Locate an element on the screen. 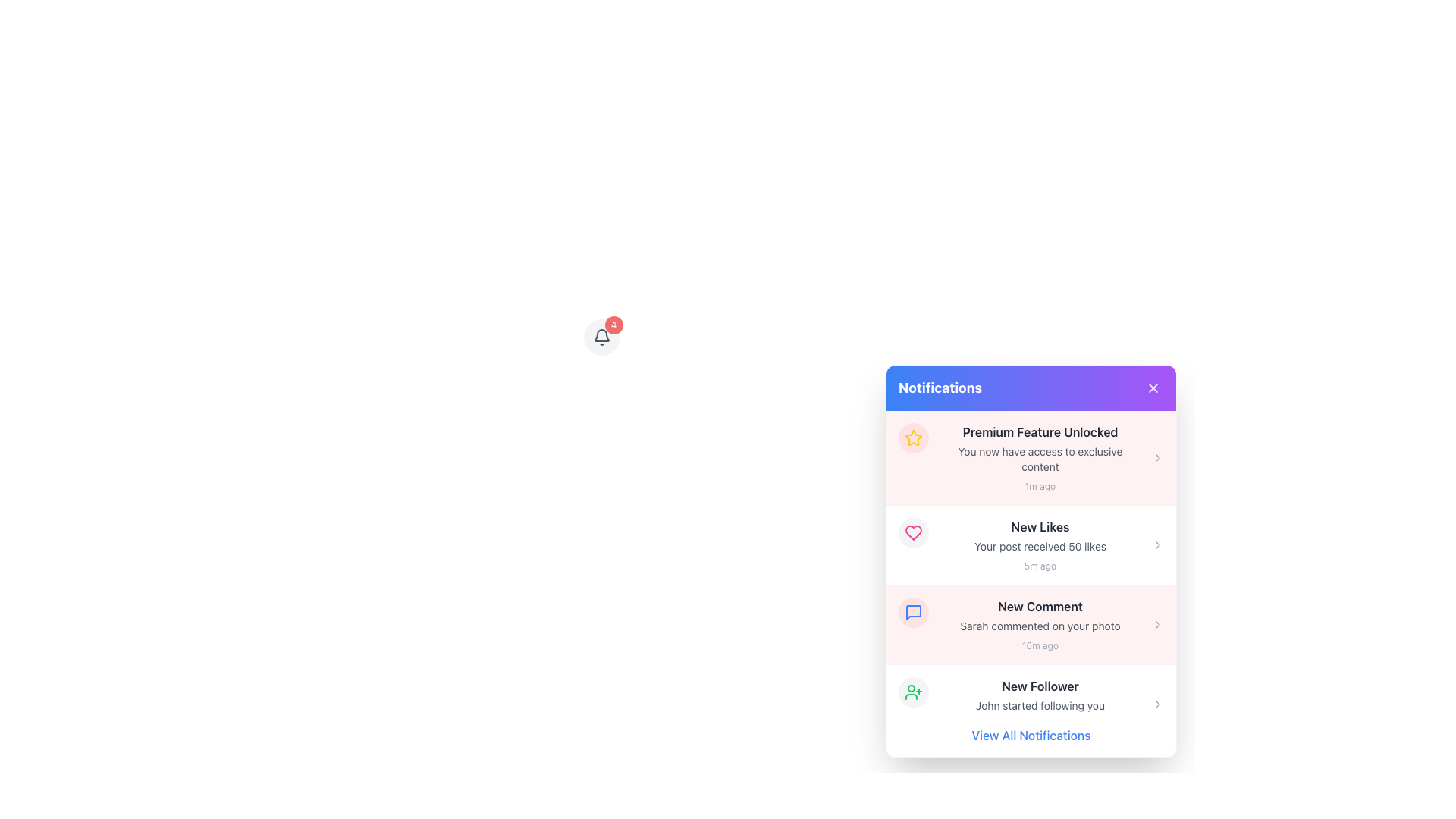  the bell icon with a red circular badge displaying '4' is located at coordinates (601, 336).